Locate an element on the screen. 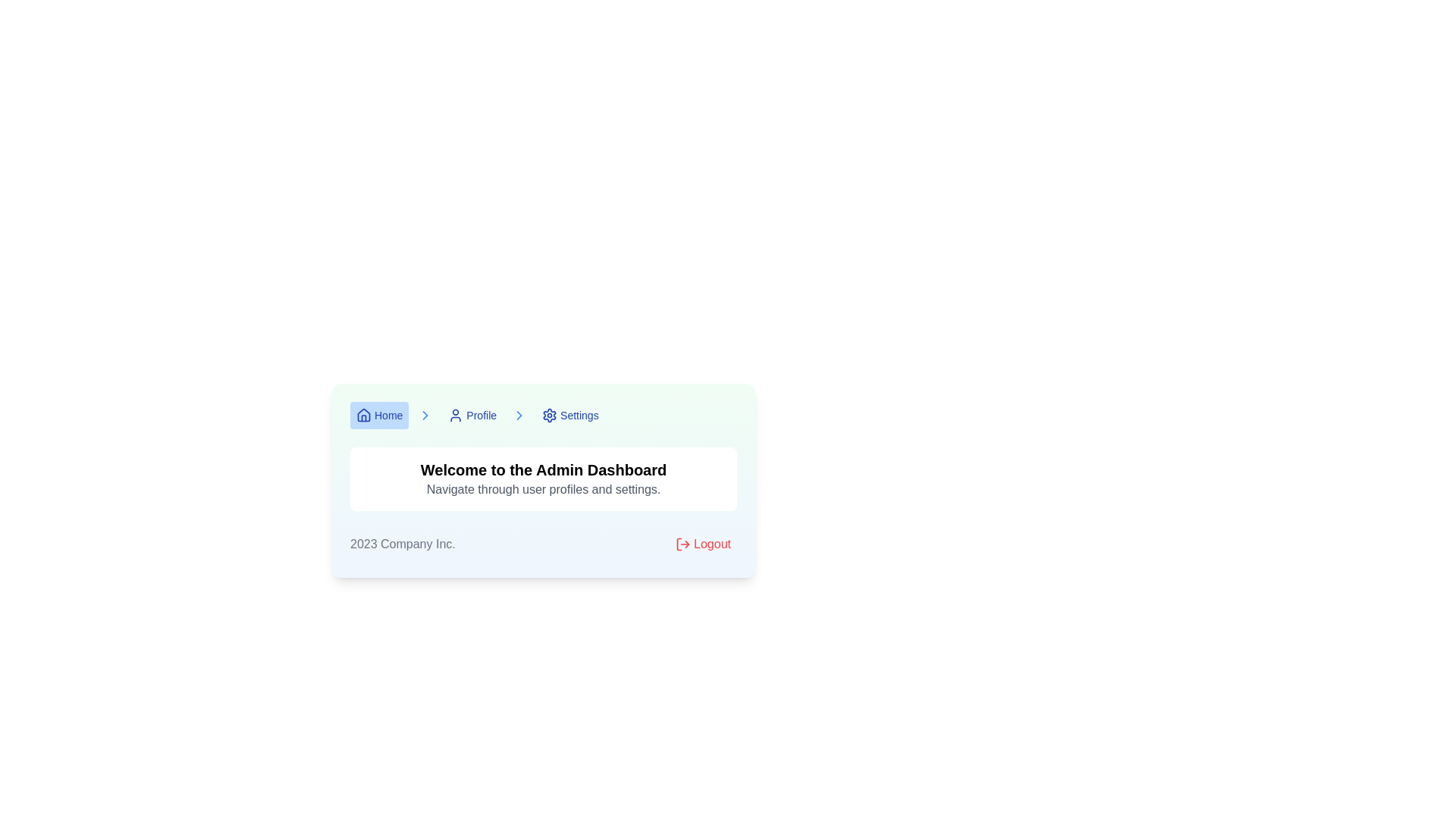 The image size is (1456, 819). the 'Settings' text label in the navigation bar is located at coordinates (579, 415).